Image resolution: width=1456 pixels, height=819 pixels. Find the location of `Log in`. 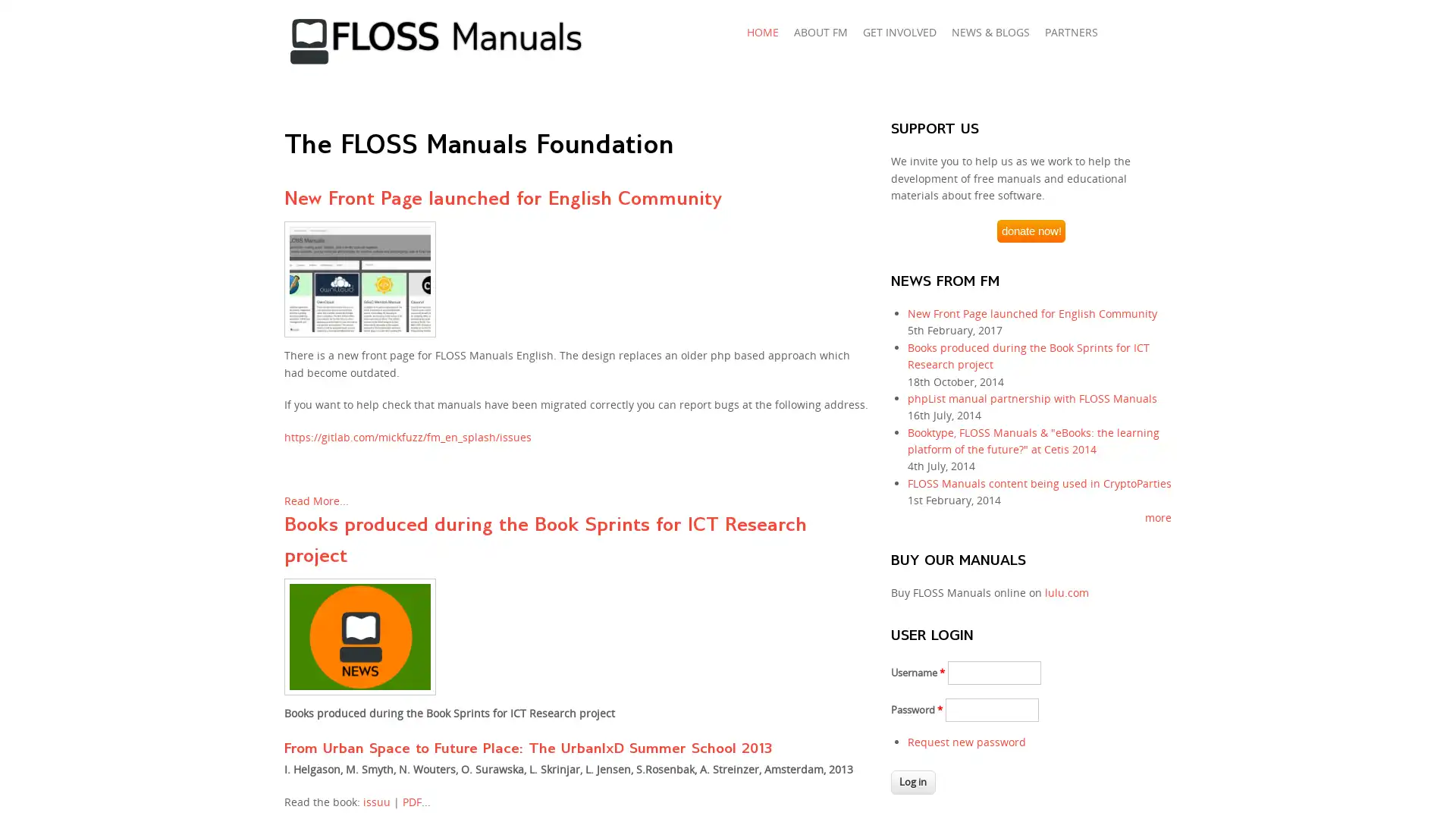

Log in is located at coordinates (912, 783).